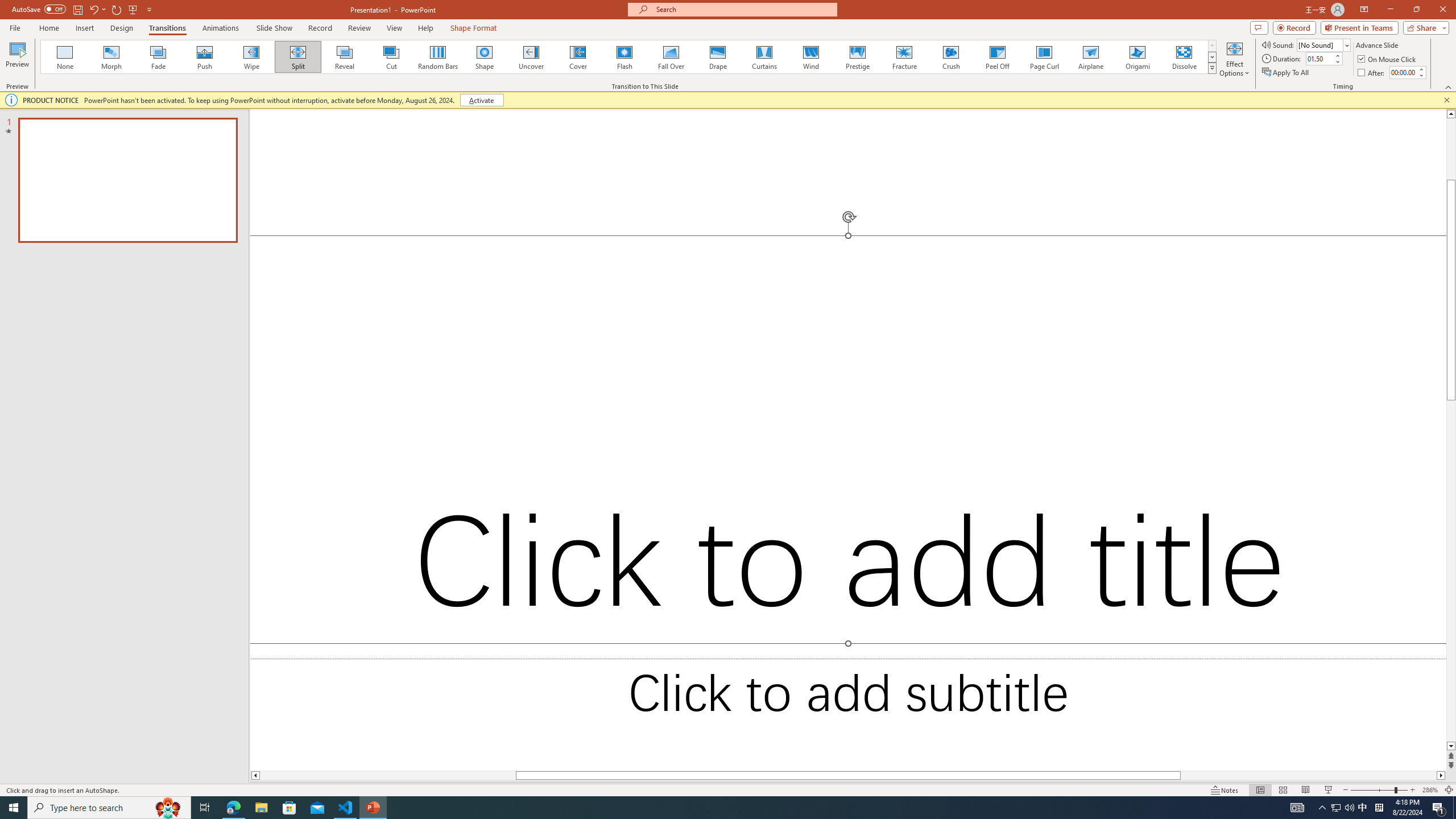 The image size is (1456, 819). I want to click on 'Crush', so click(950, 56).